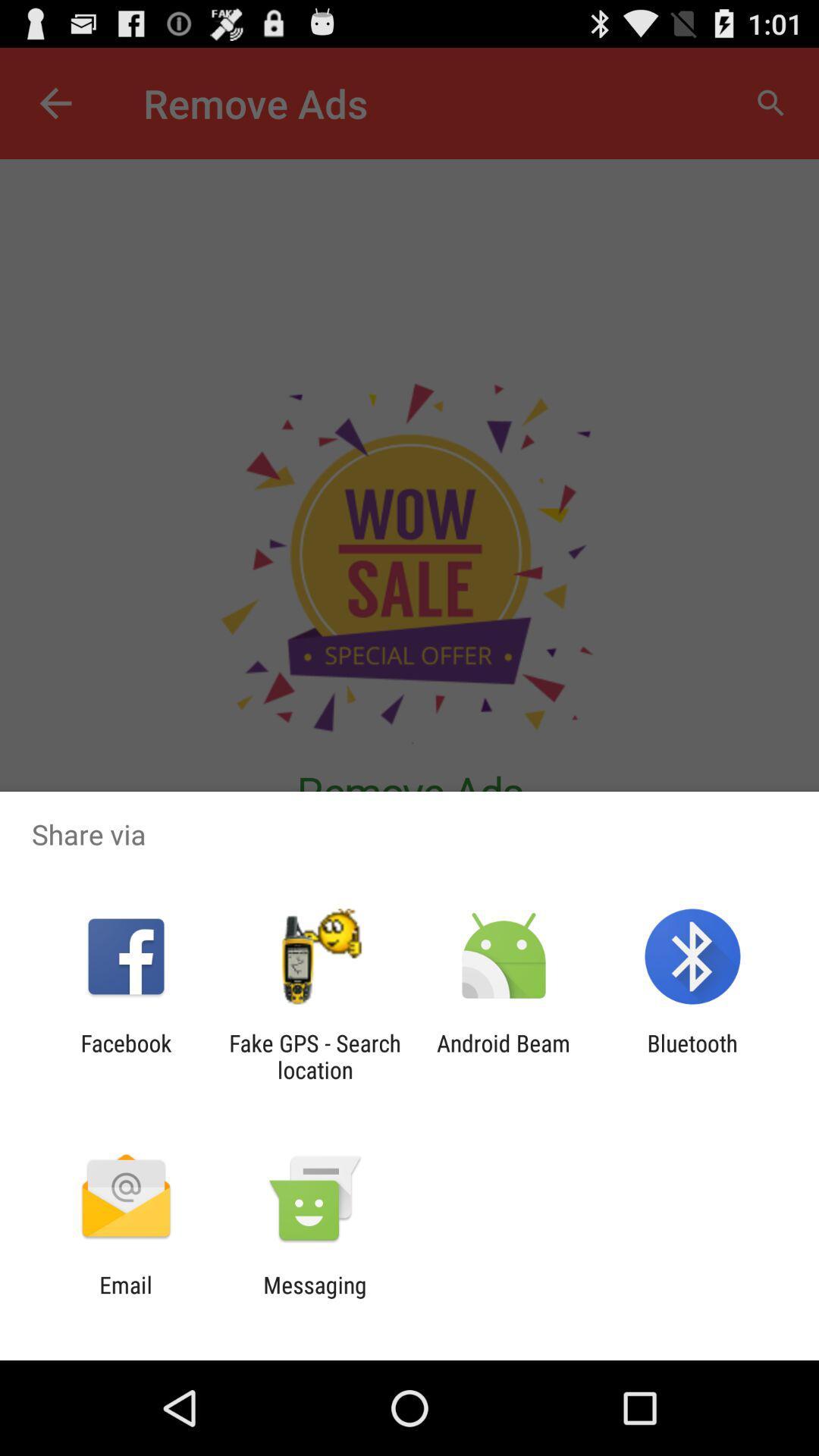  What do you see at coordinates (125, 1298) in the screenshot?
I see `the email icon` at bounding box center [125, 1298].